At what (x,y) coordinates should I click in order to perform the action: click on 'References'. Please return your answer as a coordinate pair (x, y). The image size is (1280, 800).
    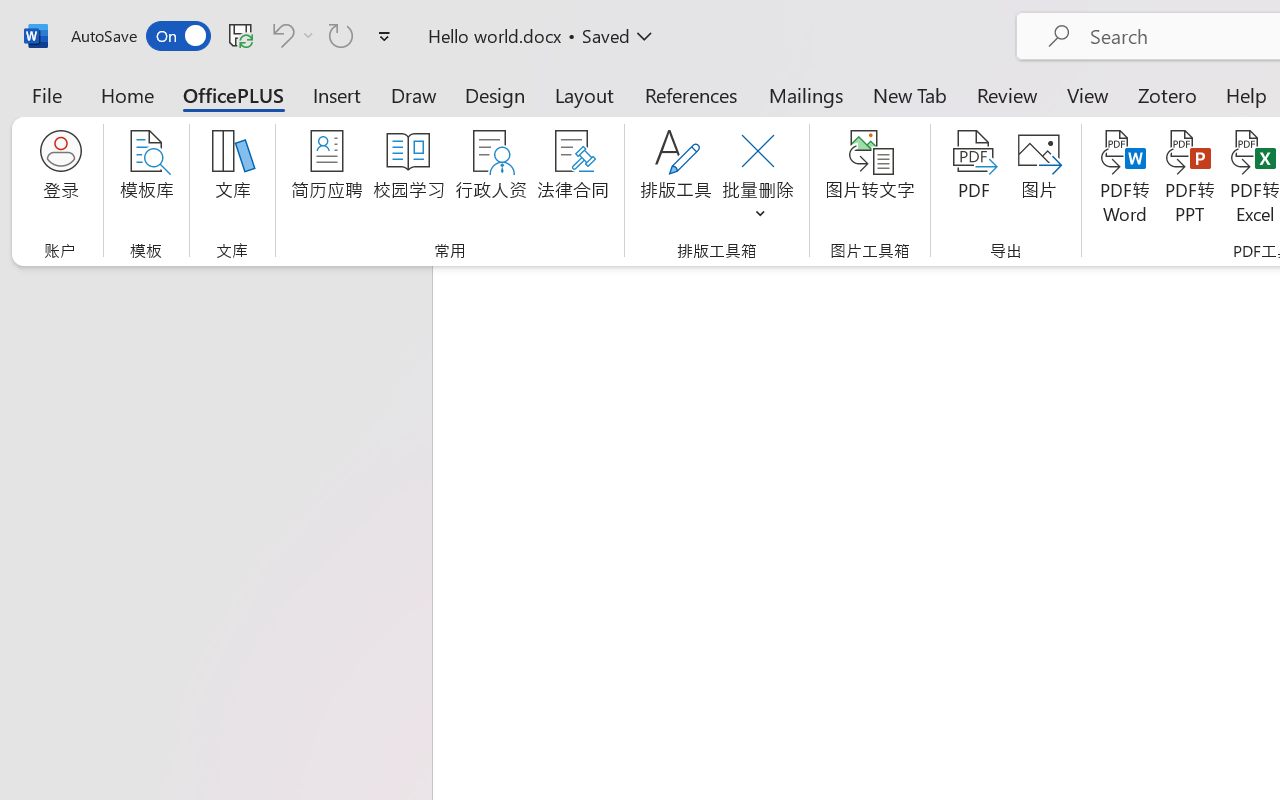
    Looking at the image, I should click on (691, 94).